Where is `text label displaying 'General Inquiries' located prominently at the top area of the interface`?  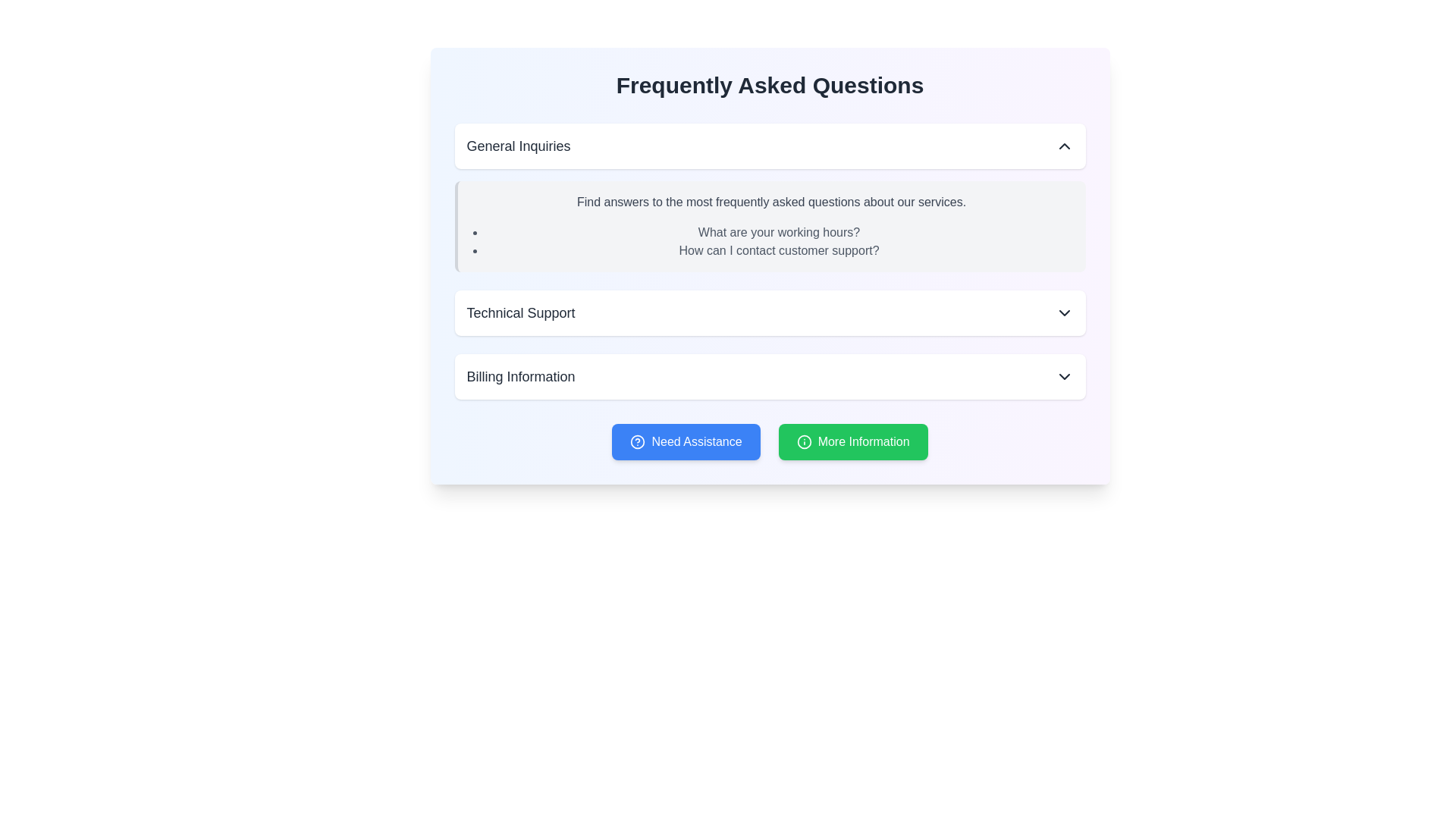
text label displaying 'General Inquiries' located prominently at the top area of the interface is located at coordinates (519, 146).